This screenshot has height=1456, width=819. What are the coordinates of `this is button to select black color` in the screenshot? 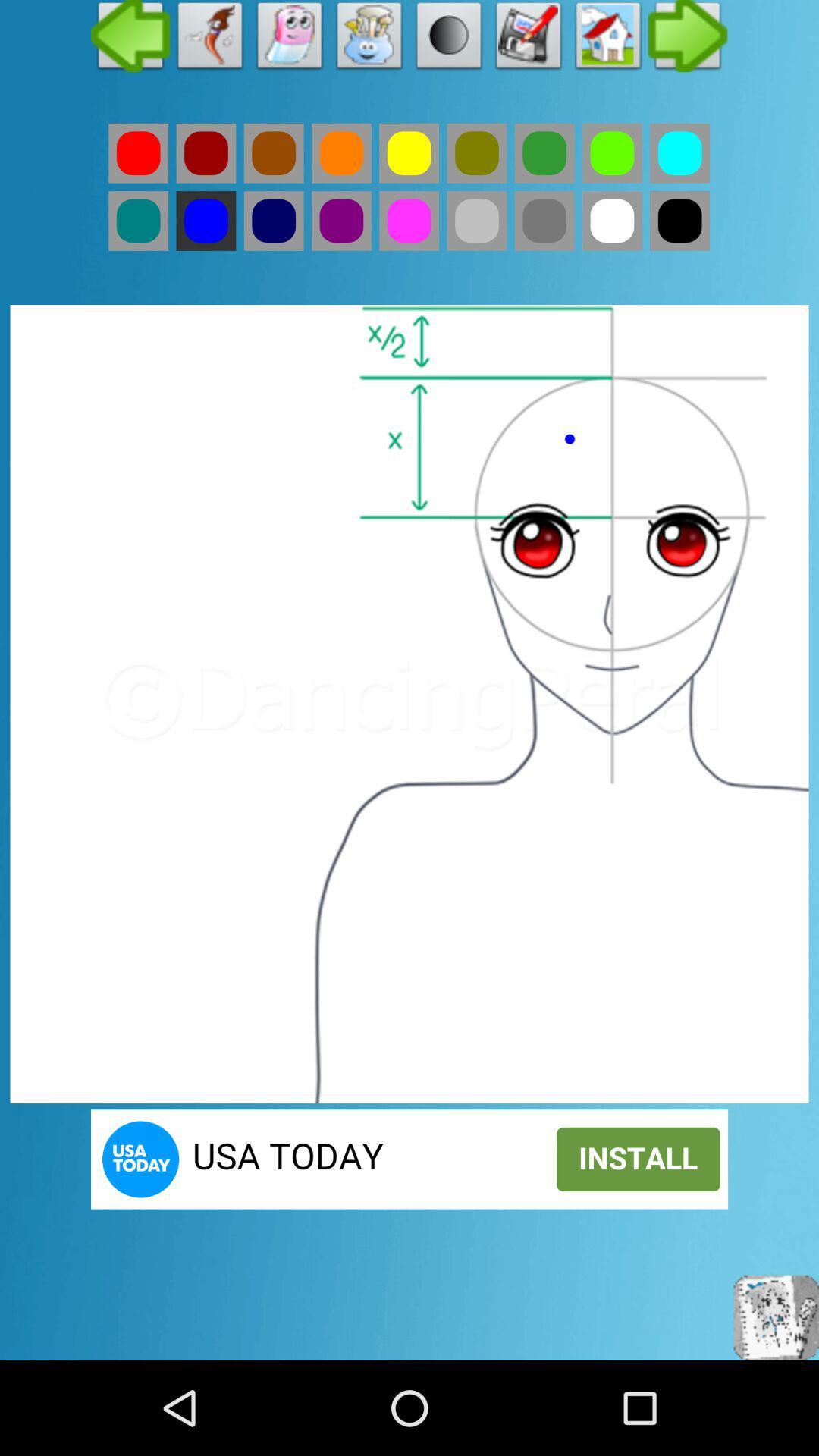 It's located at (679, 220).